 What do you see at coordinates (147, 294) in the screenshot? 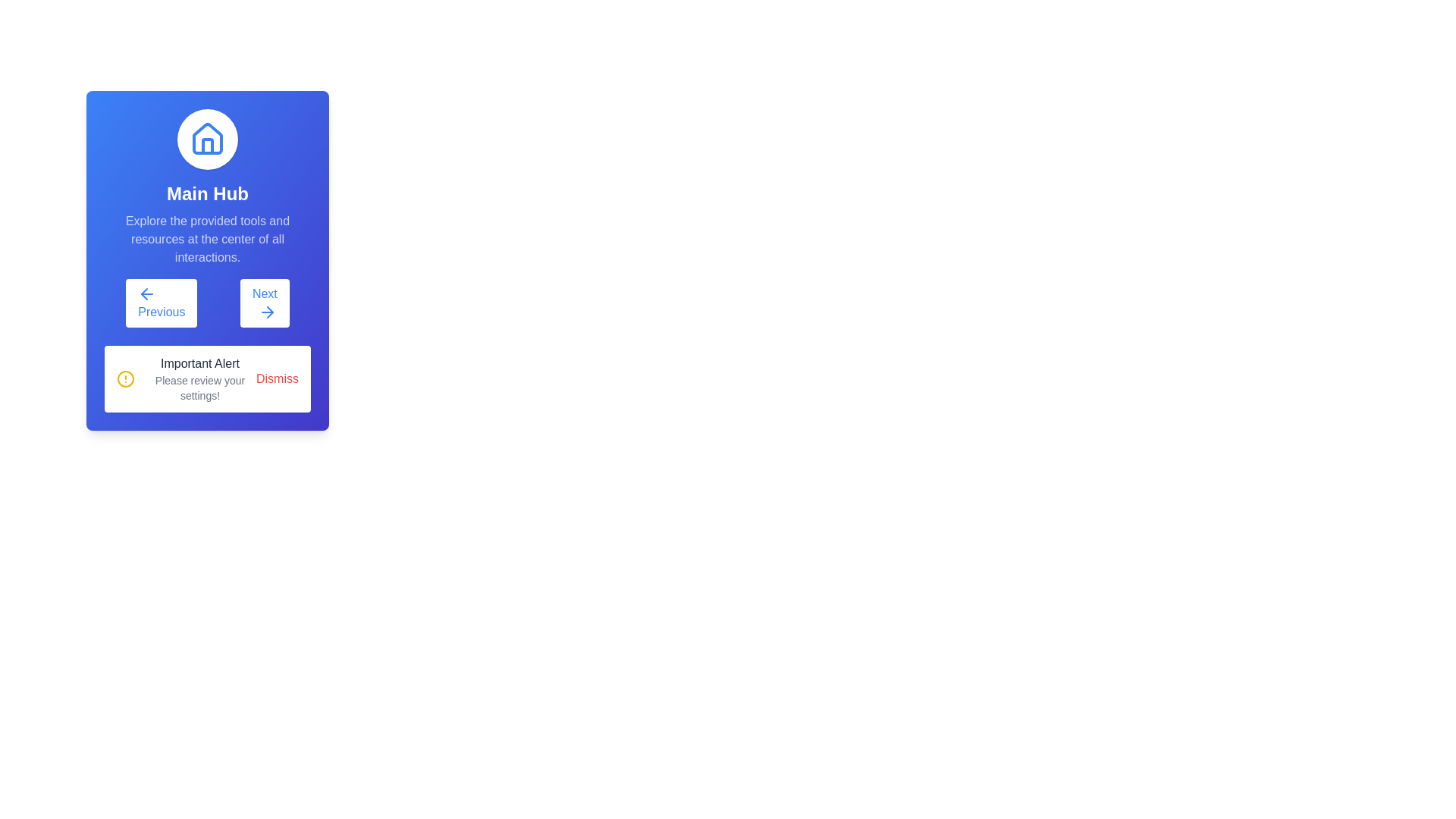
I see `the compact left-arrow icon displayed in blue color, which is part of the 'Previous' button located on the left side of the interactive area` at bounding box center [147, 294].